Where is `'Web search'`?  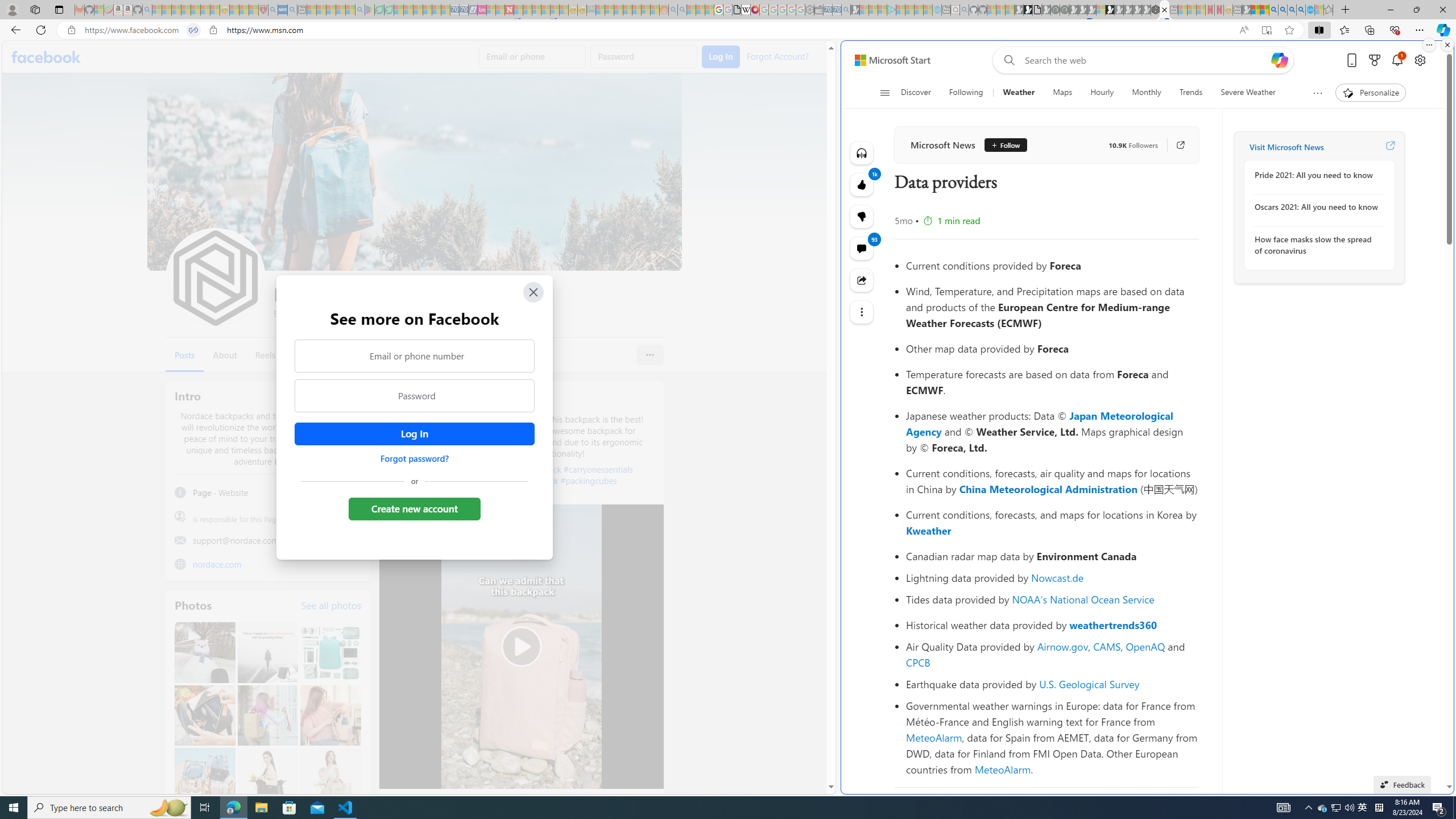
'Web search' is located at coordinates (1007, 60).